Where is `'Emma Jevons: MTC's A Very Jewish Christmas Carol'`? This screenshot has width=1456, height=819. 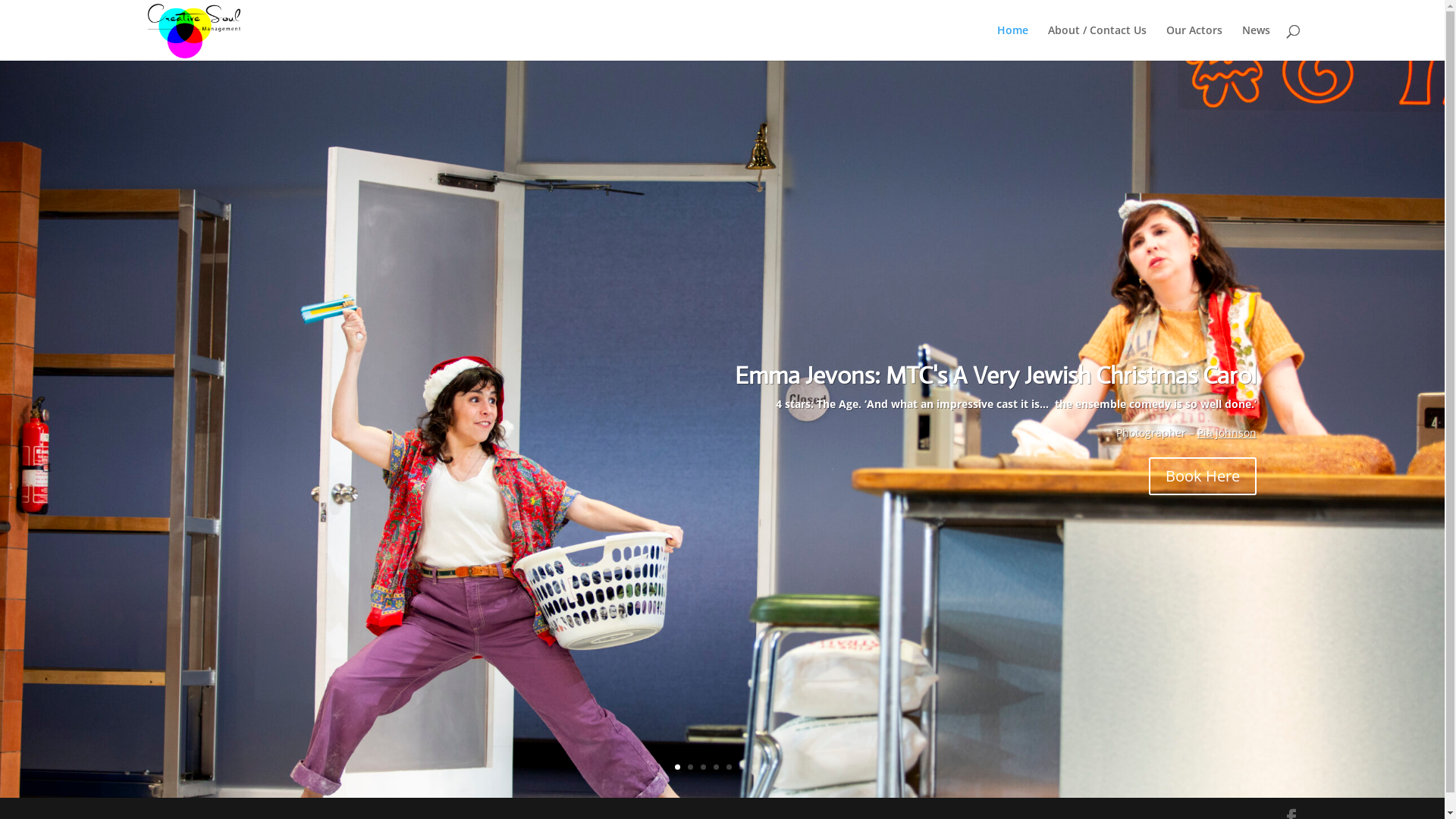 'Emma Jevons: MTC's A Very Jewish Christmas Carol' is located at coordinates (996, 375).